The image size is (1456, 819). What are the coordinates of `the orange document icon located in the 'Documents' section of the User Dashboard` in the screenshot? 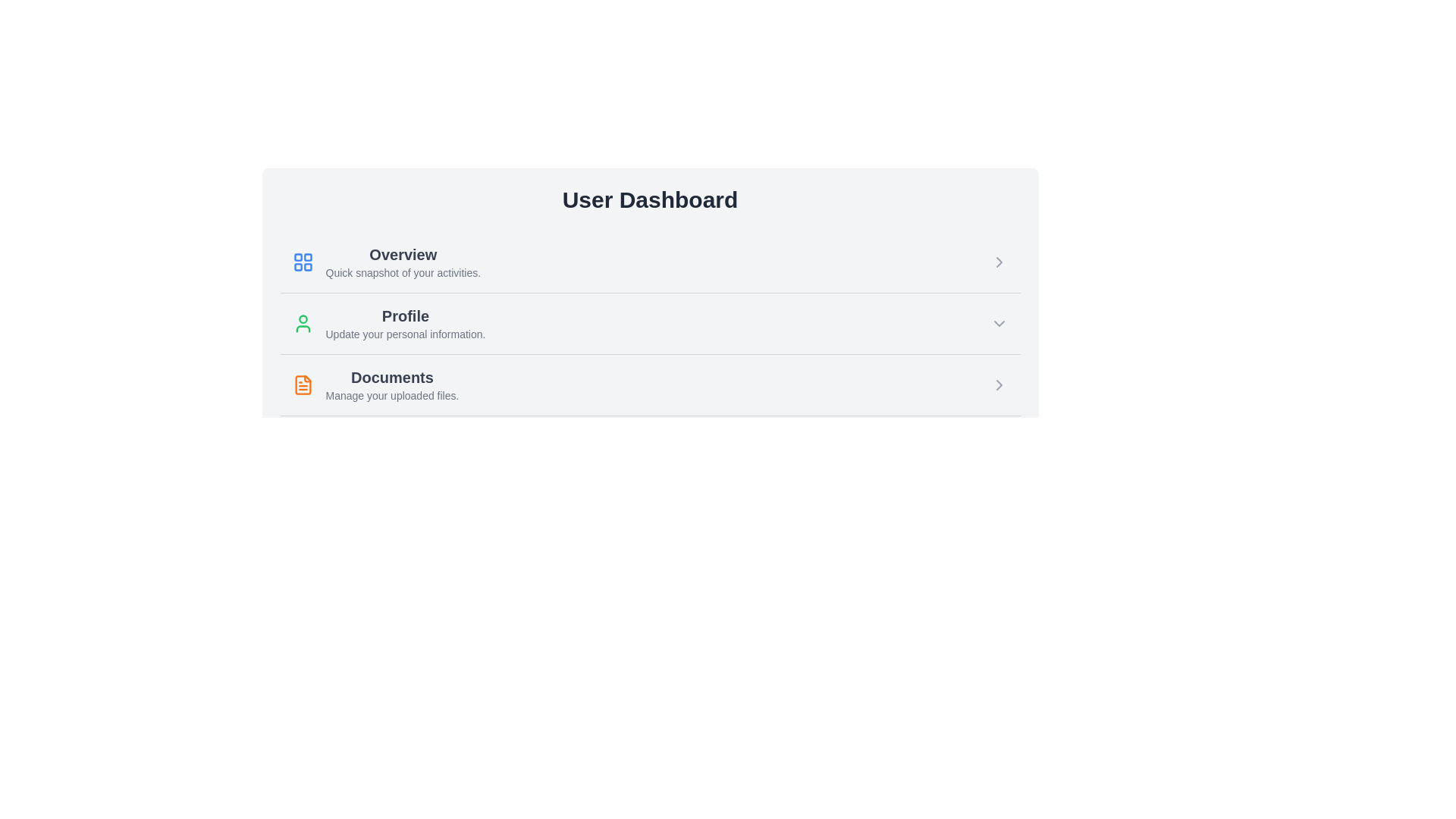 It's located at (303, 384).